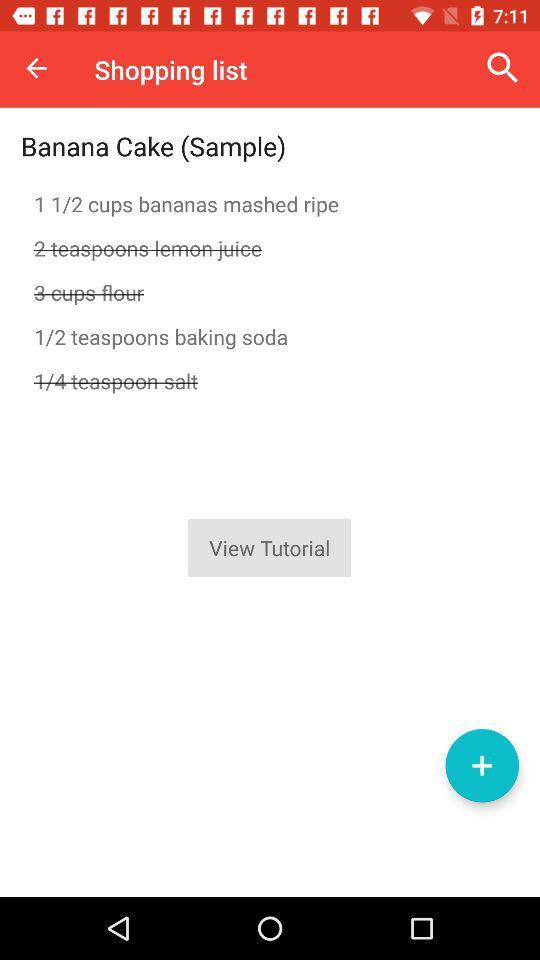  What do you see at coordinates (270, 291) in the screenshot?
I see `icon above the 1 2 teaspoons` at bounding box center [270, 291].